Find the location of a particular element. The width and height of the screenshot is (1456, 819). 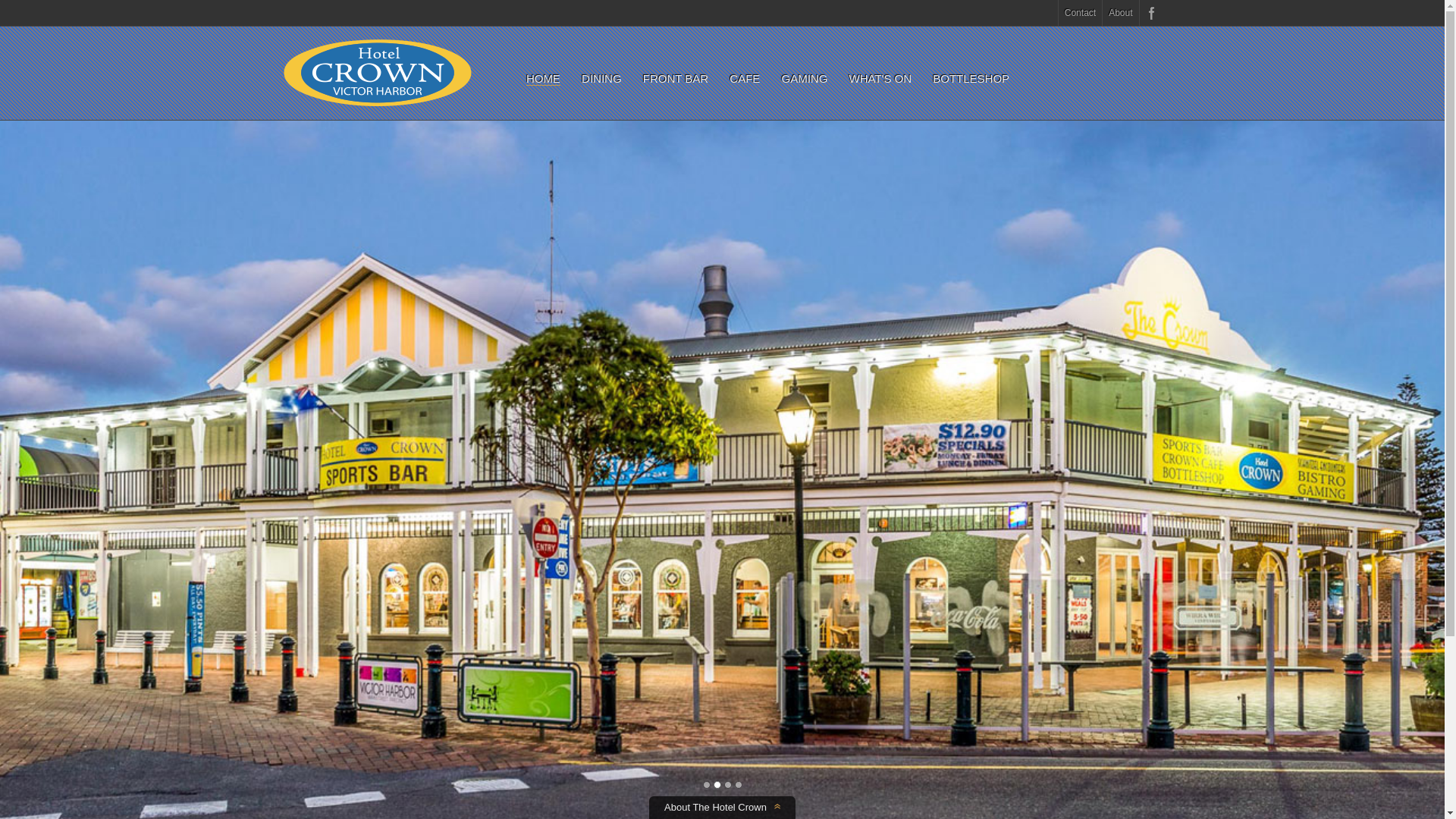

'WHAT'S ON' is located at coordinates (880, 78).